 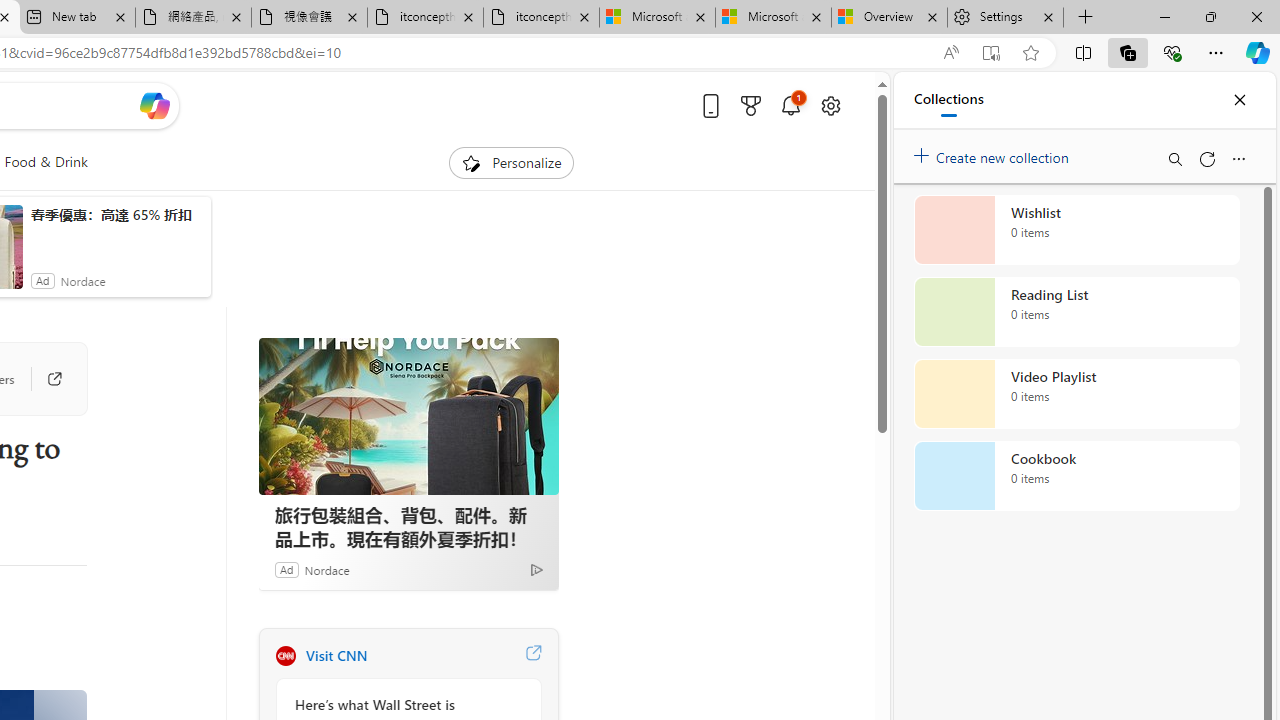 What do you see at coordinates (995, 152) in the screenshot?
I see `'Create new collection'` at bounding box center [995, 152].